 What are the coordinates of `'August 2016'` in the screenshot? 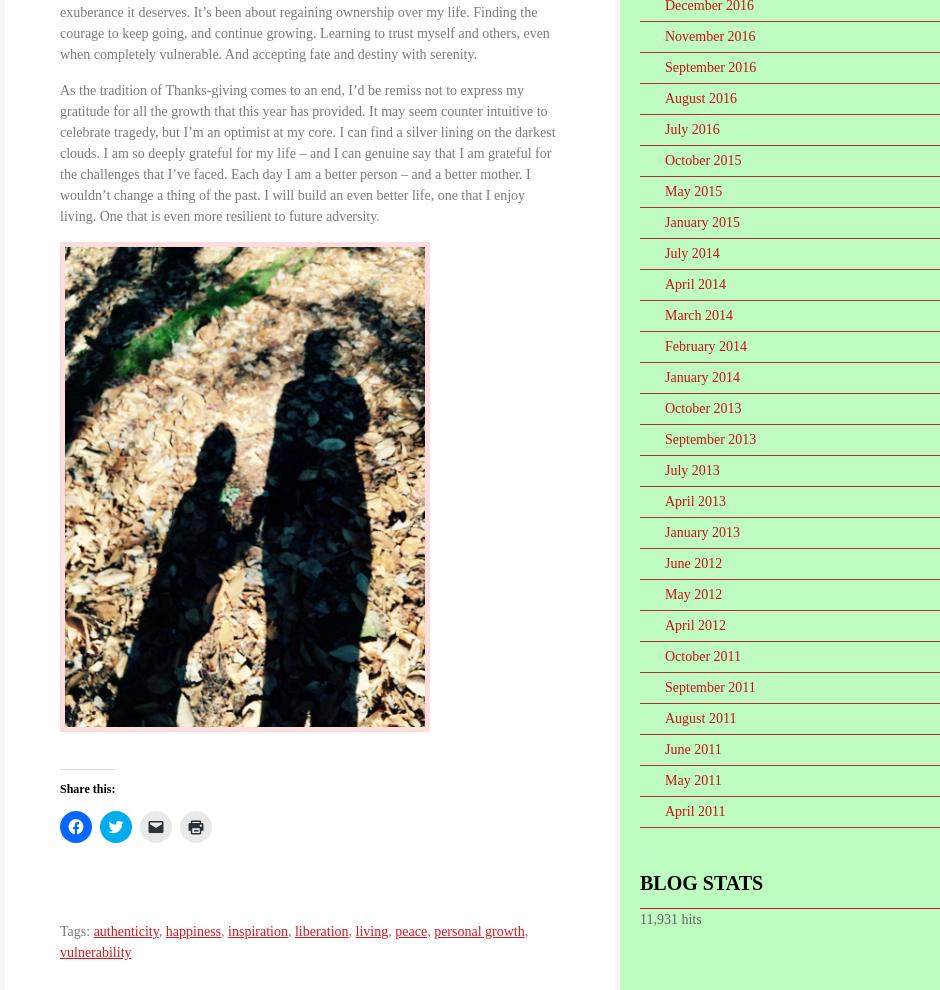 It's located at (699, 98).